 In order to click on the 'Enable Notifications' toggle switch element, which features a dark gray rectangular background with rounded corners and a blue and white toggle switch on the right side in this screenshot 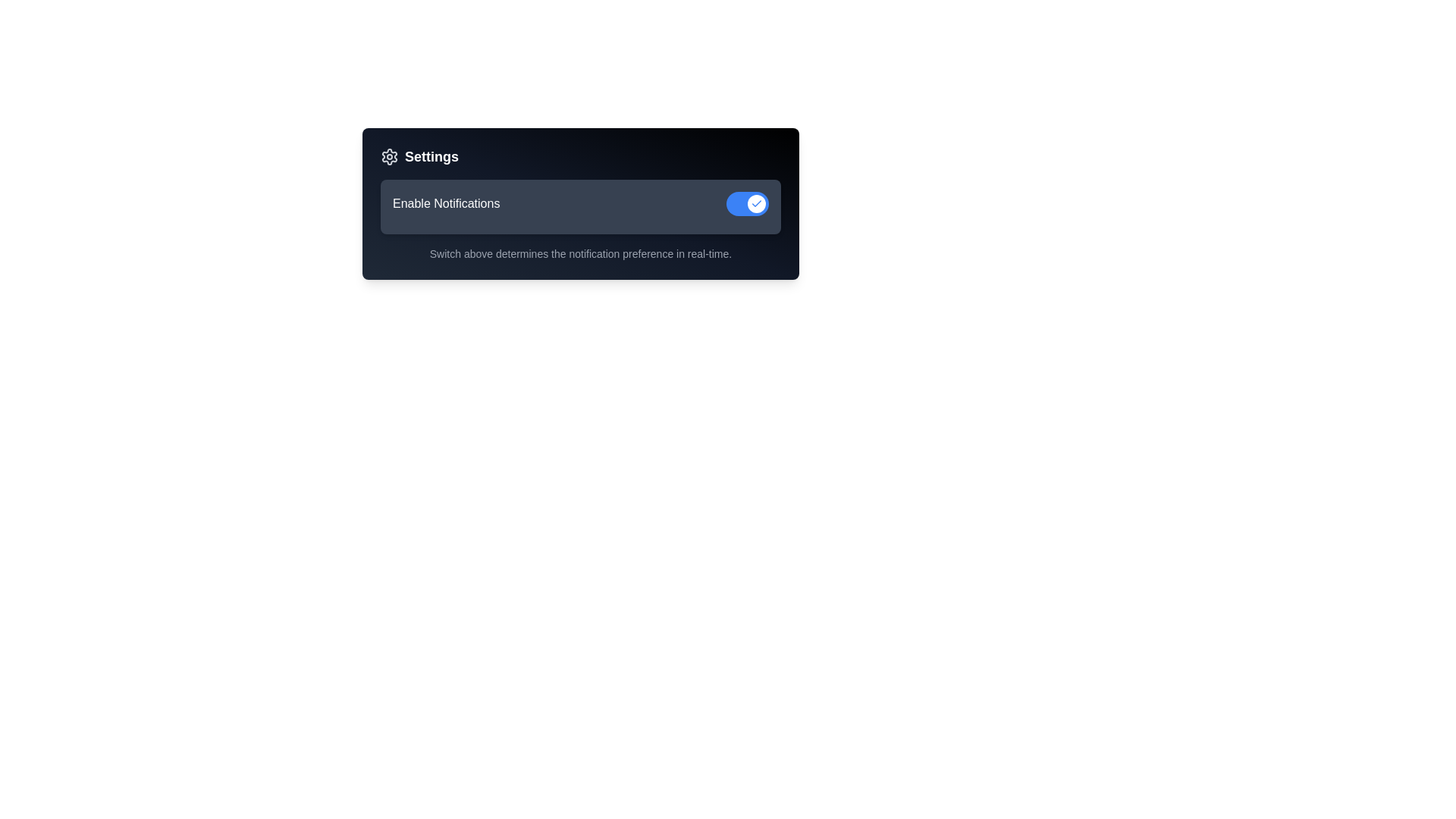, I will do `click(580, 207)`.